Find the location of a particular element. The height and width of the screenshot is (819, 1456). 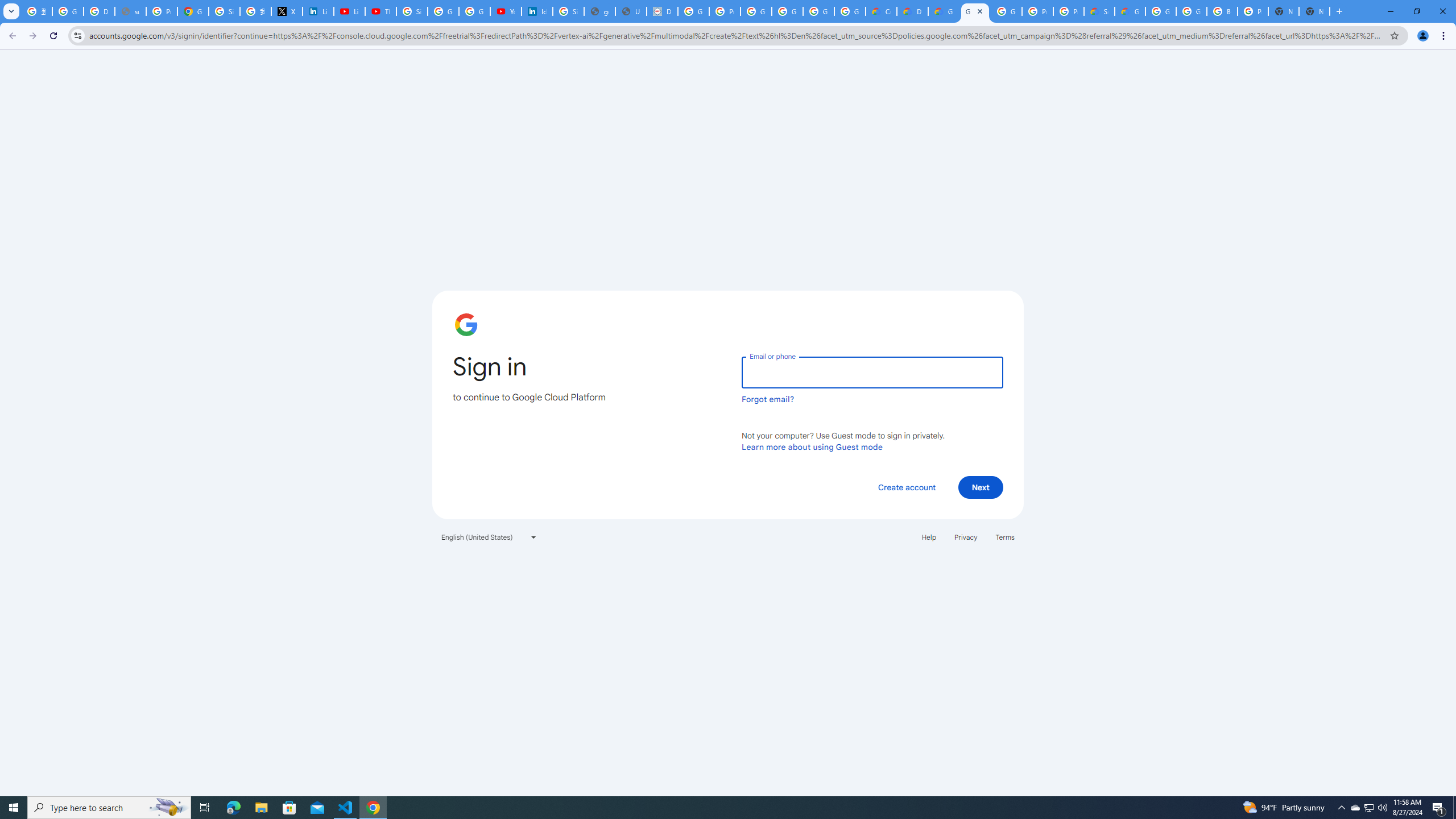

'X' is located at coordinates (287, 11).